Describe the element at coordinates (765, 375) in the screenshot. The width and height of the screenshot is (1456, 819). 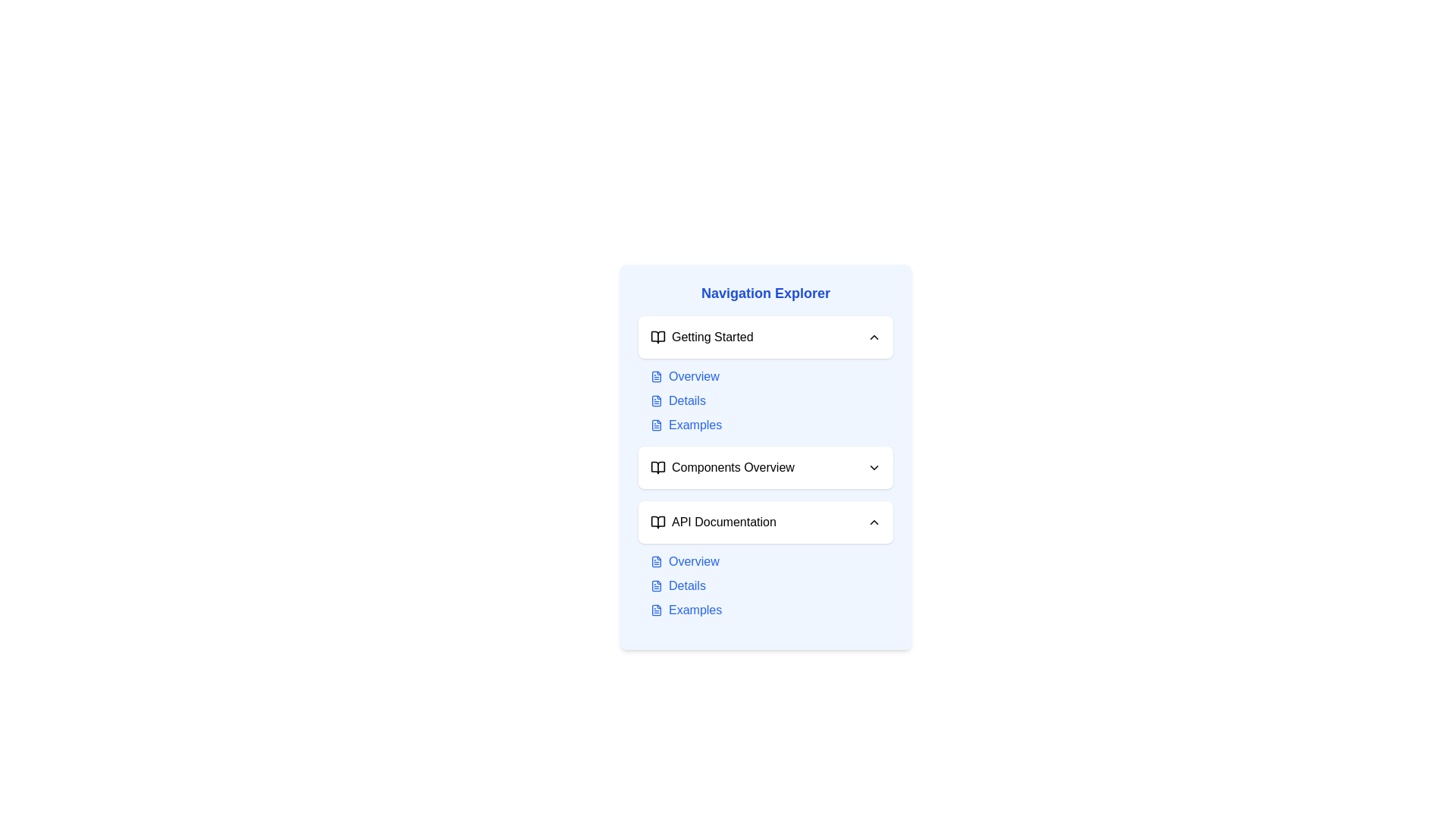
I see `the 'Getting Started' collapsible panel links` at that location.